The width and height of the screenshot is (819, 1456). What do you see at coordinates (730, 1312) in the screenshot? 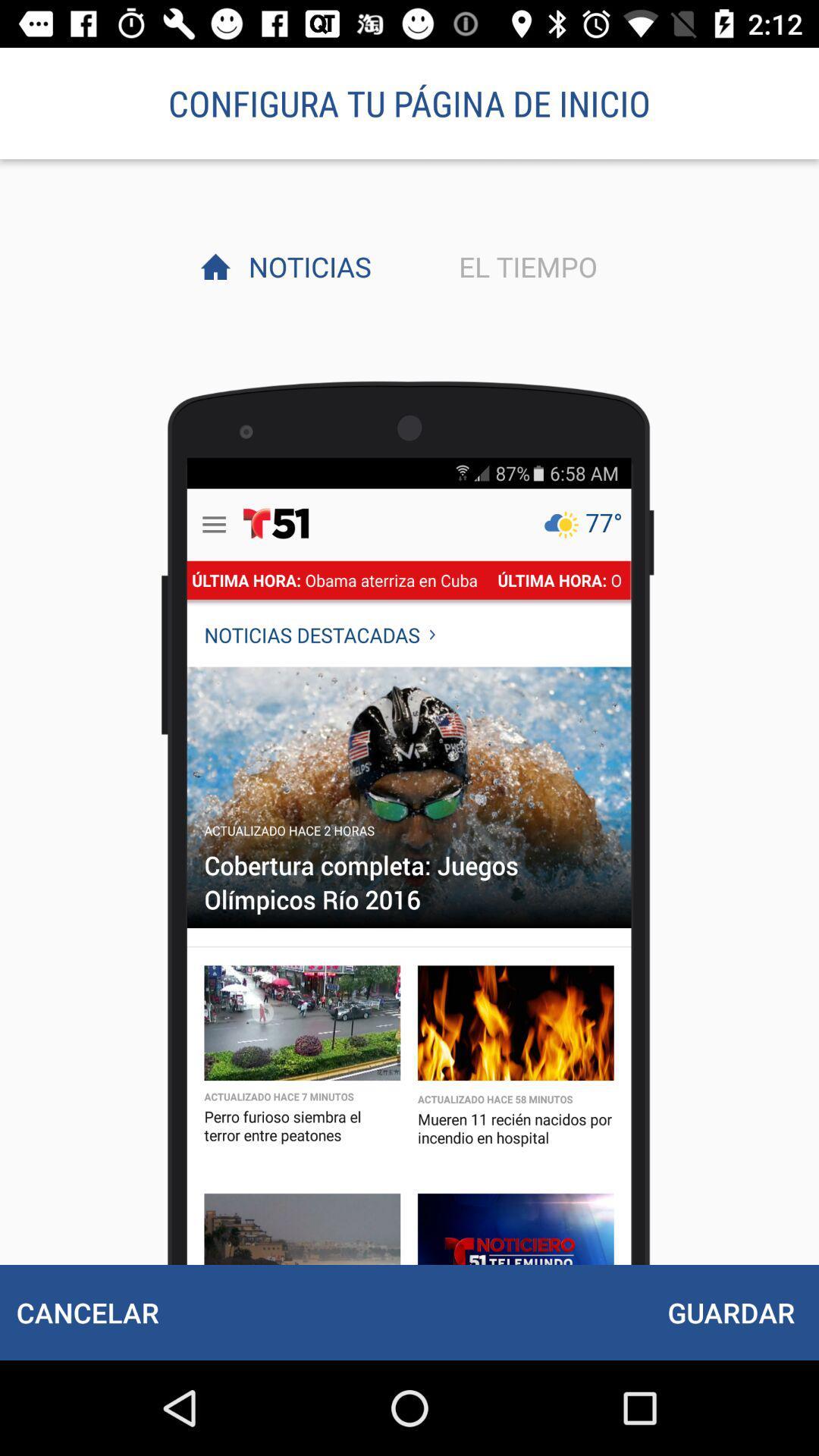
I see `icon next to cancelar item` at bounding box center [730, 1312].